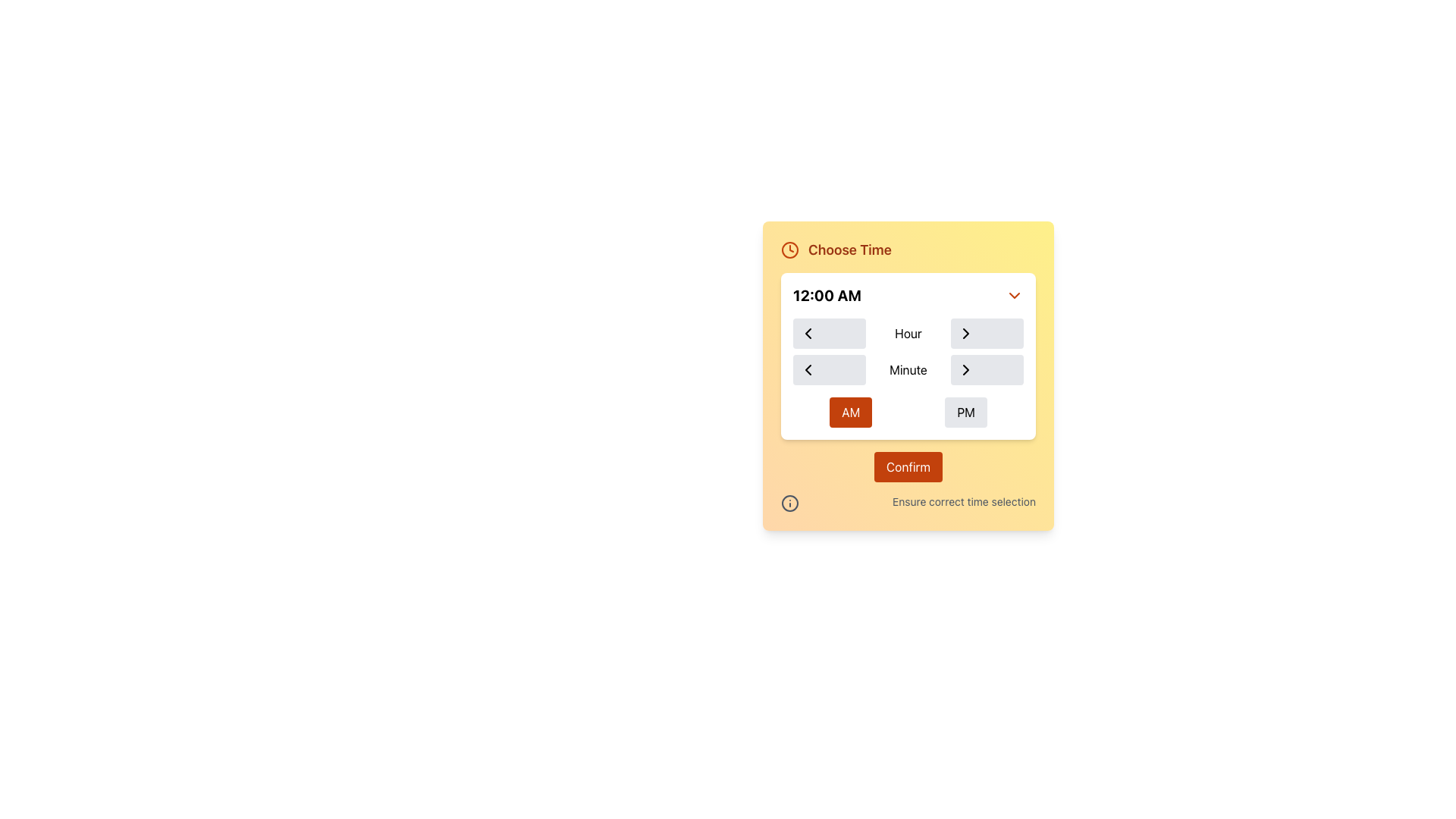  What do you see at coordinates (908, 370) in the screenshot?
I see `the static text label displaying 'Minute', located in the time selector interface's lower row, middle column of the grid layout` at bounding box center [908, 370].